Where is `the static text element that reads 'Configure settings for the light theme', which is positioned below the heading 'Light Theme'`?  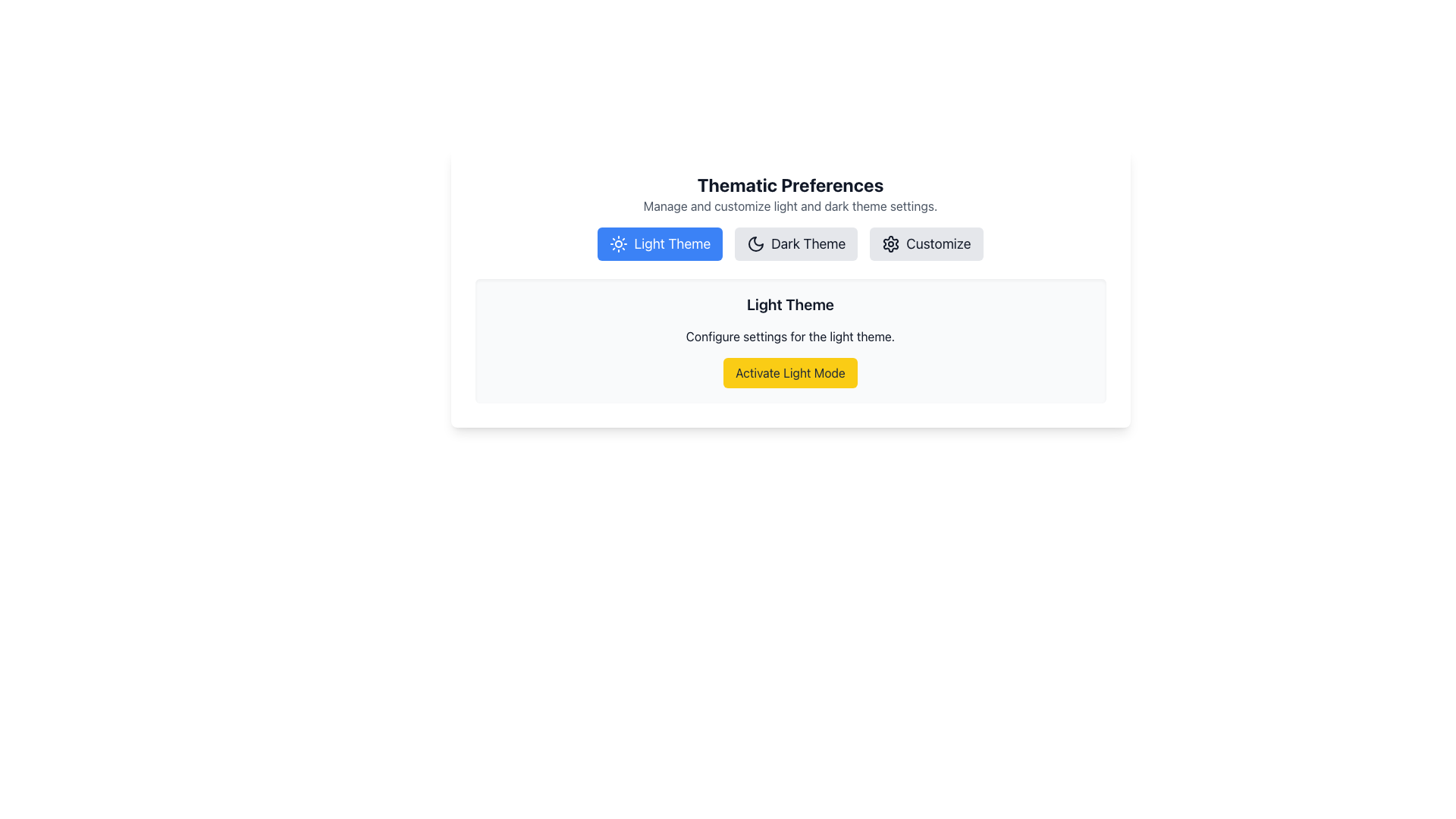
the static text element that reads 'Configure settings for the light theme', which is positioned below the heading 'Light Theme' is located at coordinates (789, 335).